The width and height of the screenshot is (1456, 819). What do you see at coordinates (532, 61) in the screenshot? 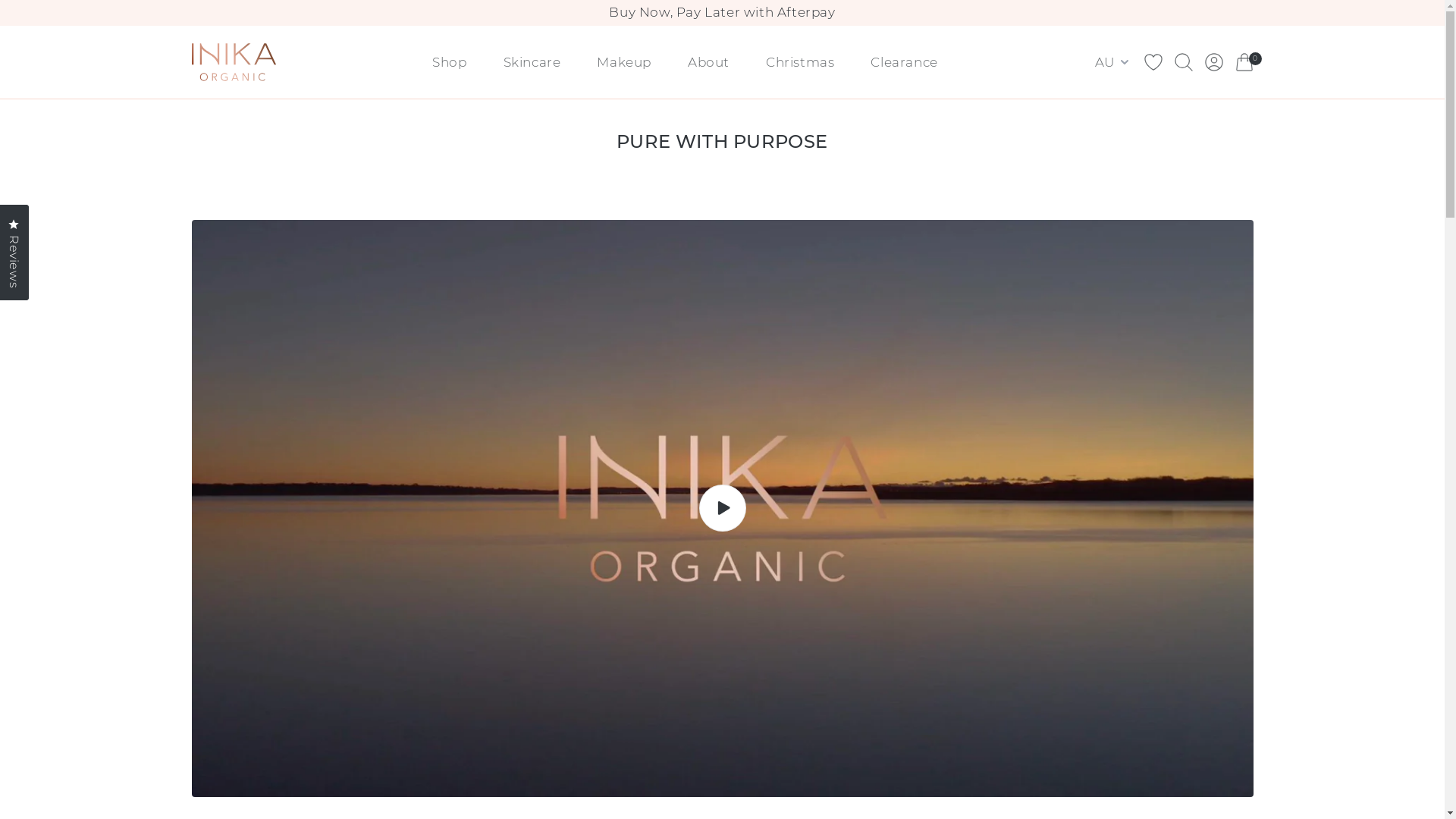
I see `'Skincare'` at bounding box center [532, 61].